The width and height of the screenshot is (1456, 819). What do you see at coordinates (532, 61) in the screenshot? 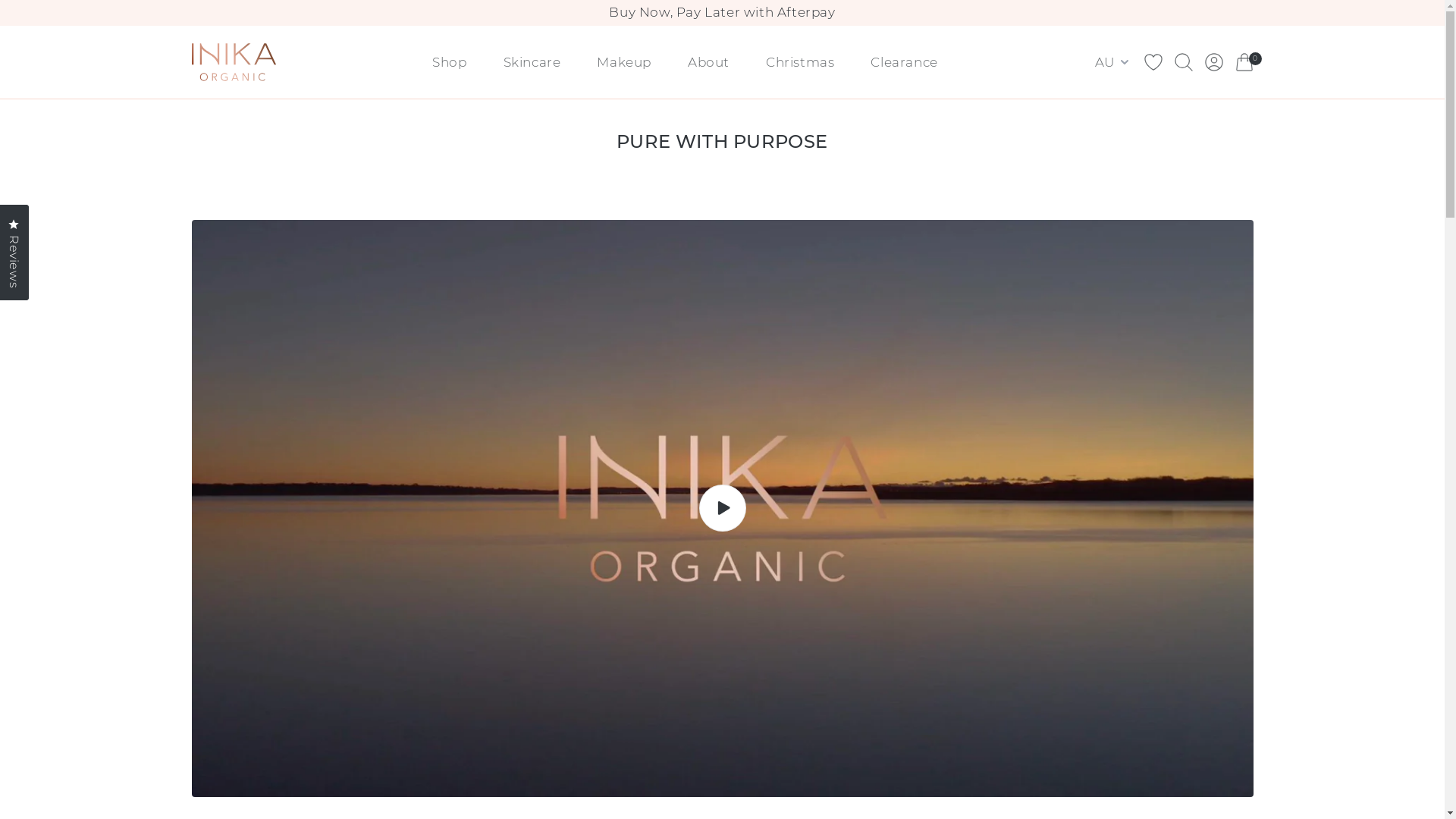
I see `'Skincare'` at bounding box center [532, 61].